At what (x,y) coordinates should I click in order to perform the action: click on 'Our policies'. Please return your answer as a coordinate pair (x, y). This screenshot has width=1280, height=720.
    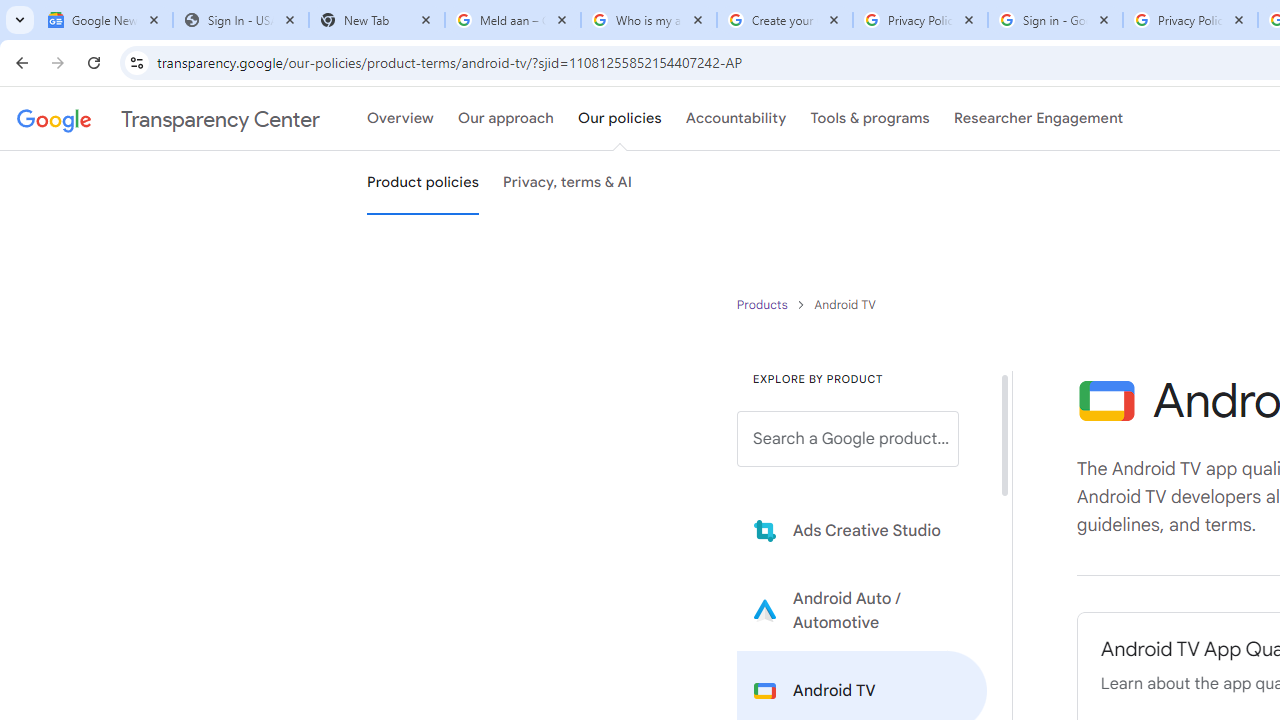
    Looking at the image, I should click on (619, 119).